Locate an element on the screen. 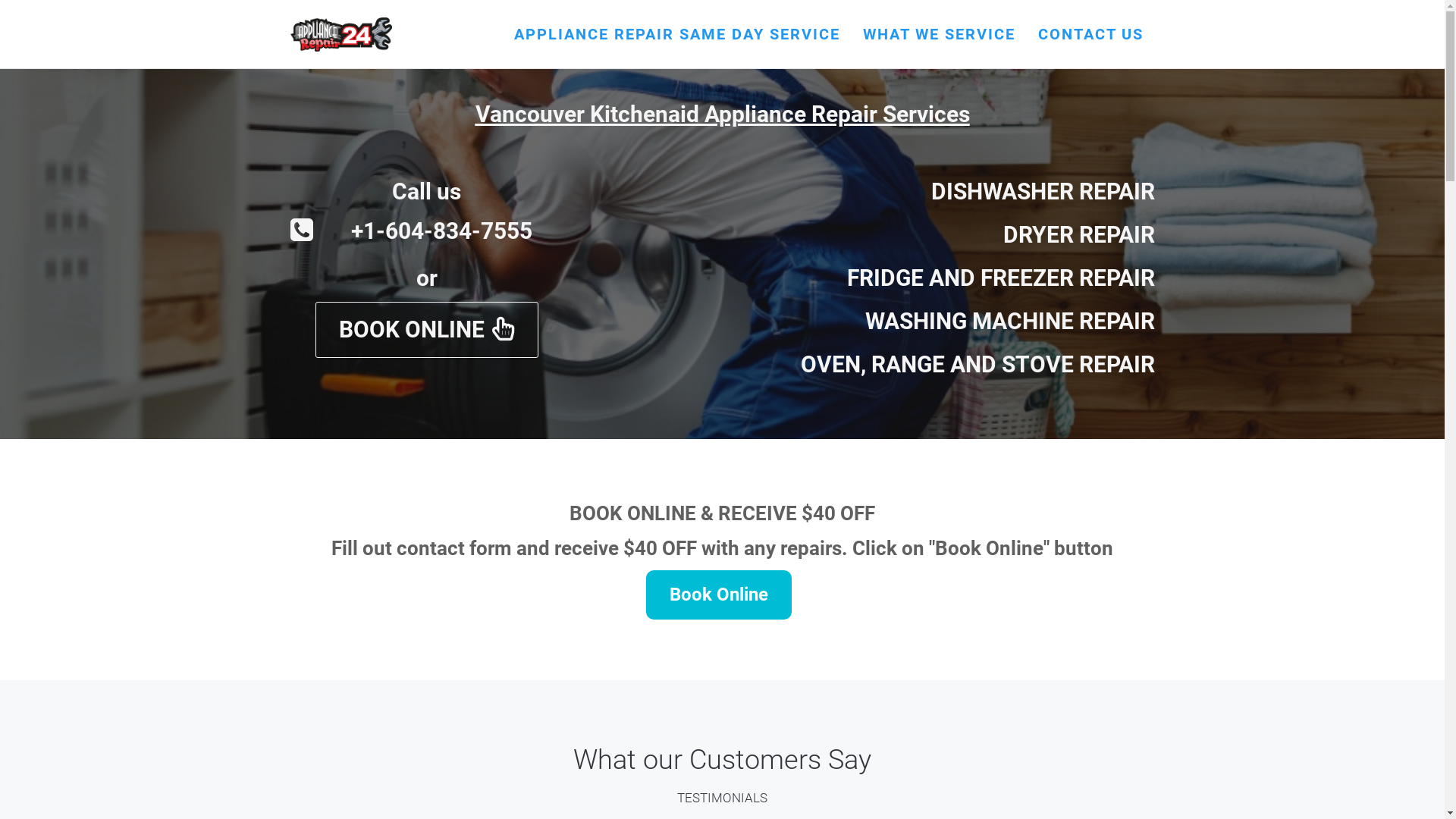 The height and width of the screenshot is (819, 1456). 'Book Online' is located at coordinates (717, 595).